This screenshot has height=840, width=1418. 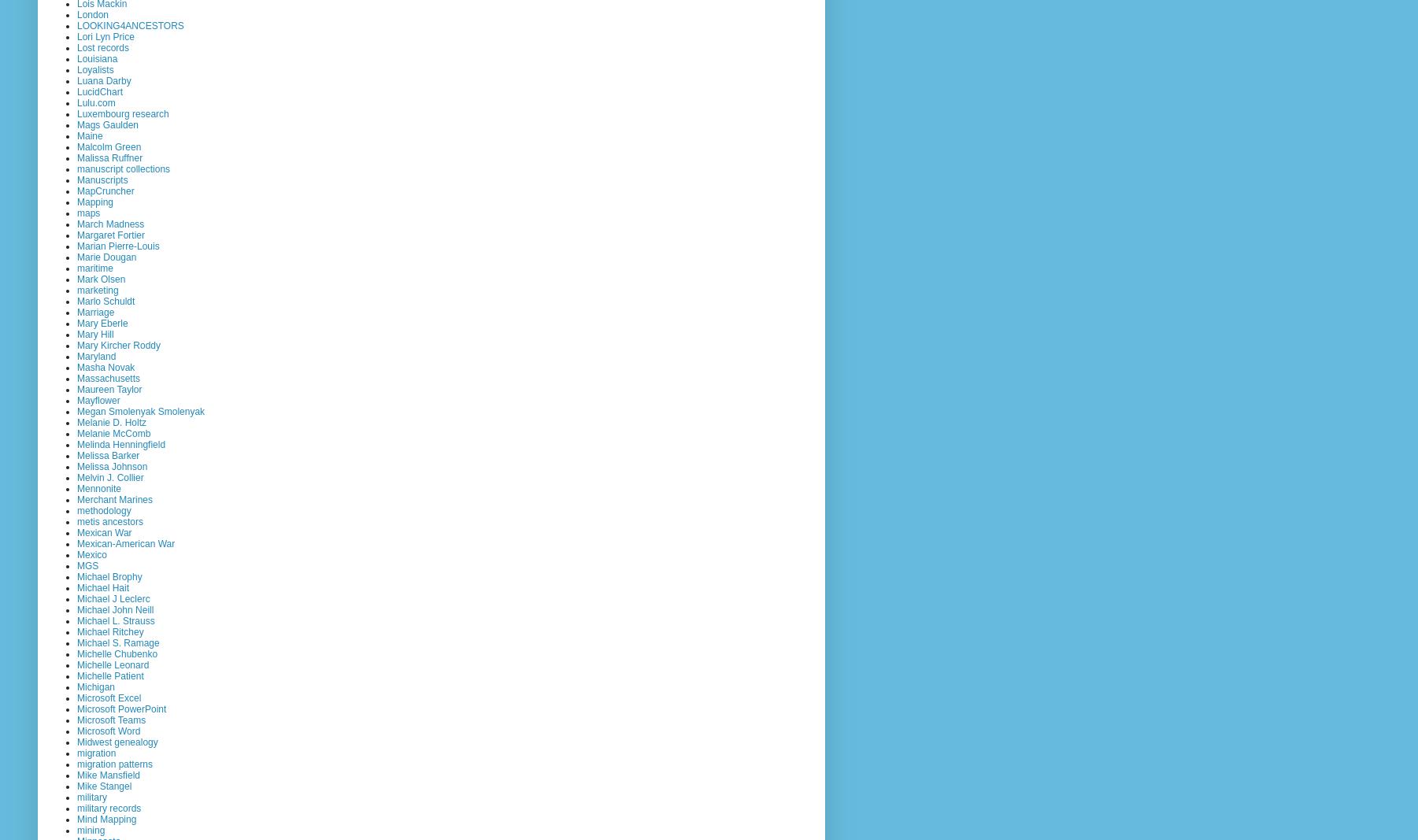 What do you see at coordinates (109, 674) in the screenshot?
I see `'Michelle Patient'` at bounding box center [109, 674].